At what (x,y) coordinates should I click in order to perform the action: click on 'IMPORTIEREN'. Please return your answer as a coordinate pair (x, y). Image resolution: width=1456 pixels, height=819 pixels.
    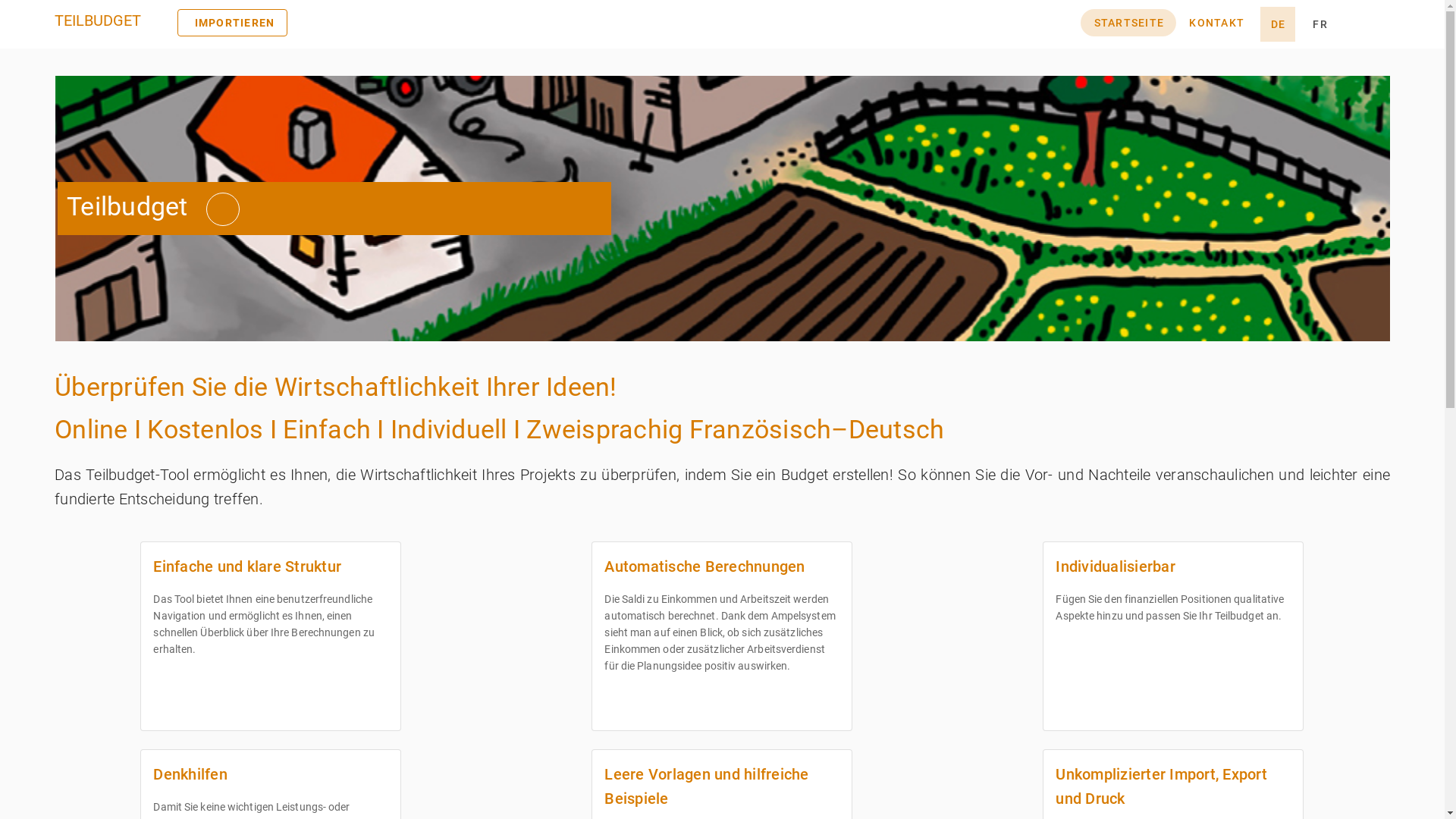
    Looking at the image, I should click on (177, 23).